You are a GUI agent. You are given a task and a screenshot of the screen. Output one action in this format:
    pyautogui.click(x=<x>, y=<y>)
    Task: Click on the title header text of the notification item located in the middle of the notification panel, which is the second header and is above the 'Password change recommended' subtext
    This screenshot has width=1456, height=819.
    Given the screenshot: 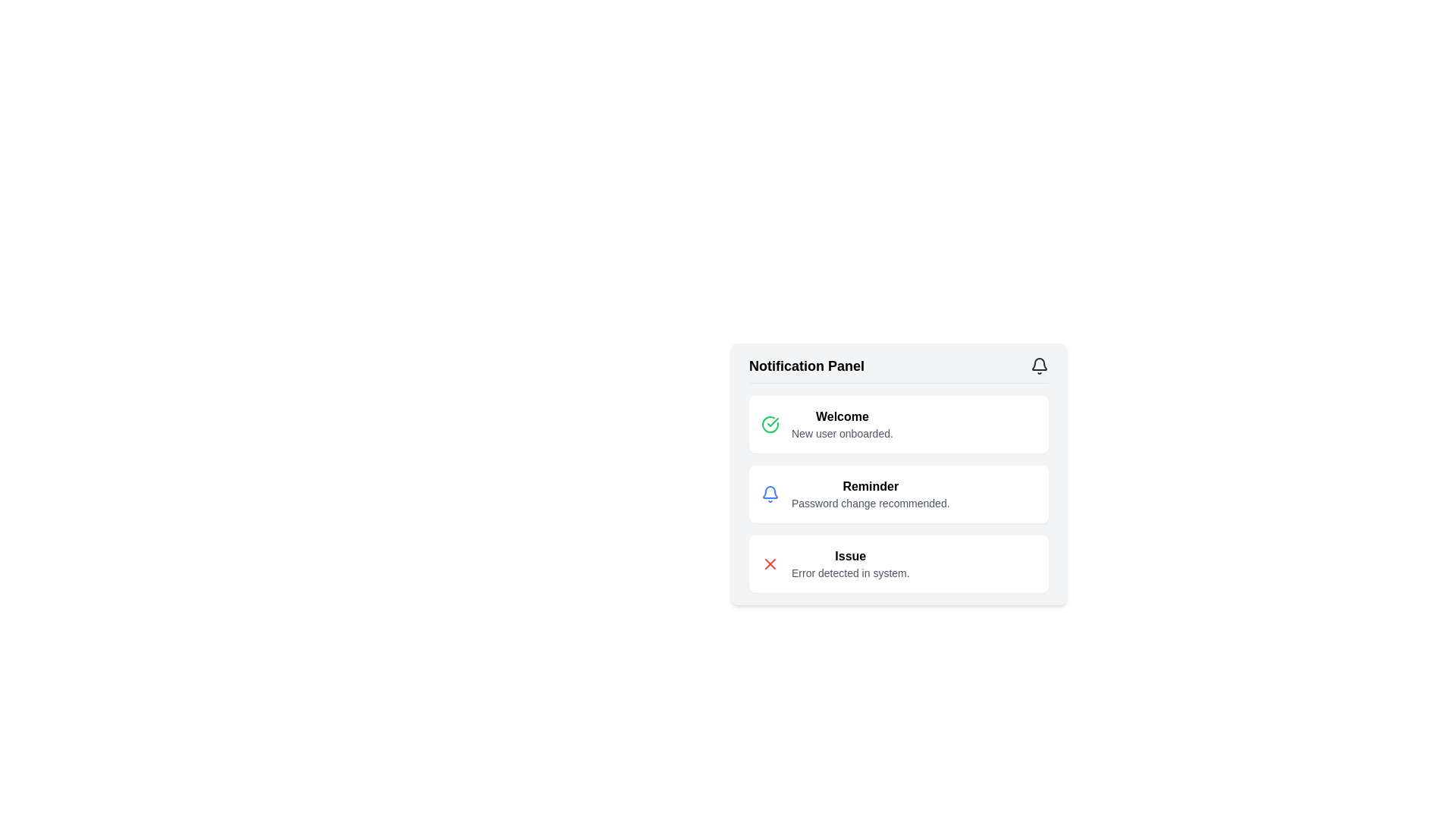 What is the action you would take?
    pyautogui.click(x=871, y=486)
    